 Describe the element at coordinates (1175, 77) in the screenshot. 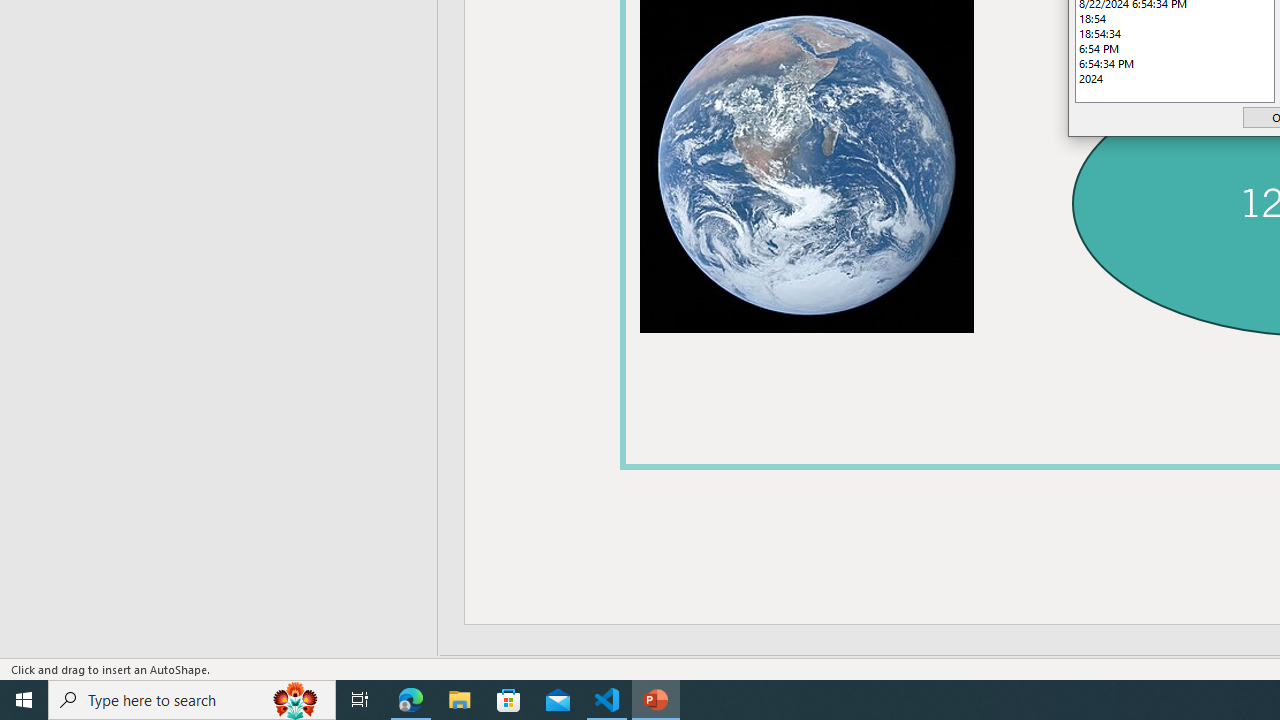

I see `'2024'` at that location.